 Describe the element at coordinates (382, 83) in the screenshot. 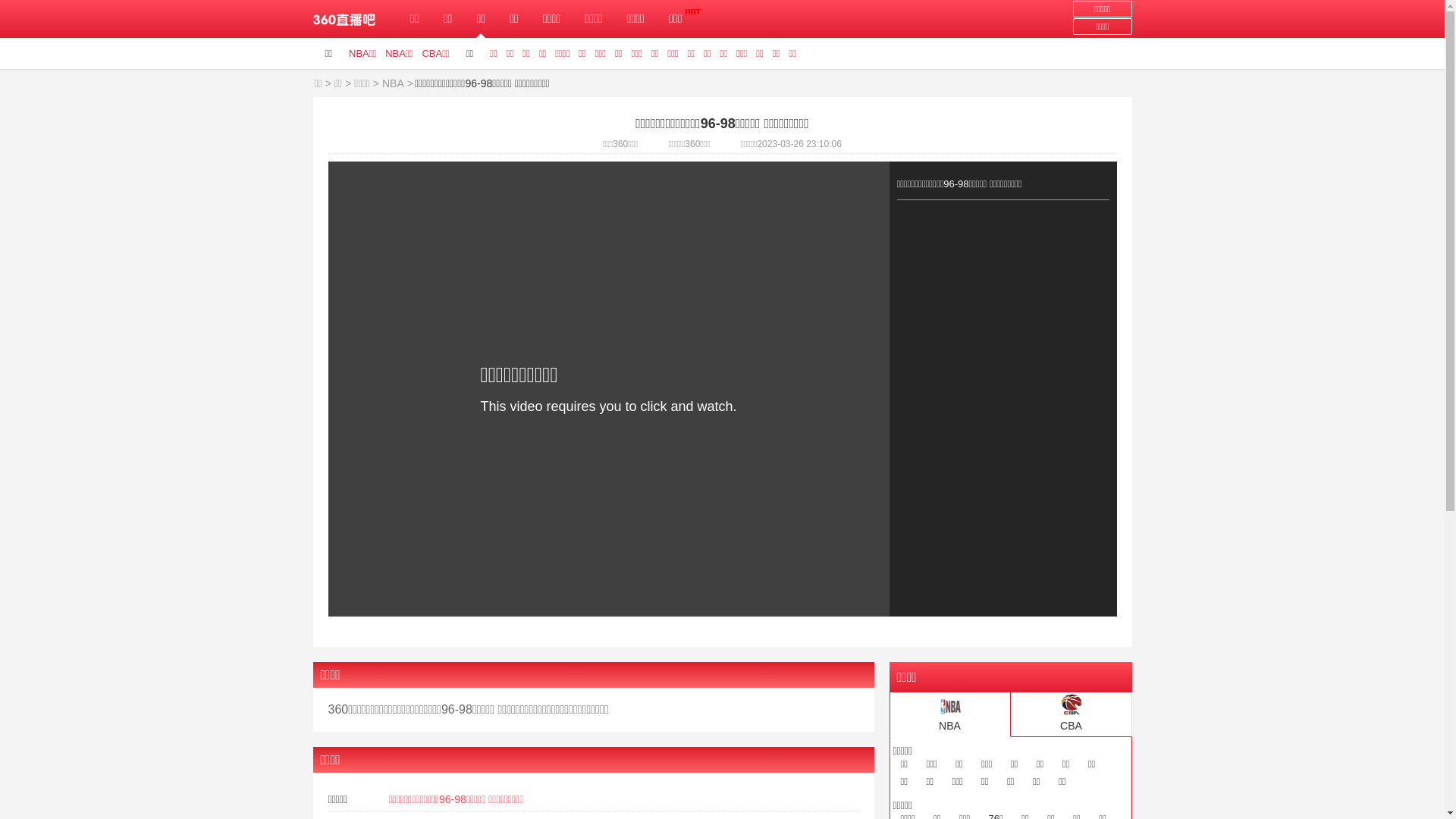

I see `'NBA'` at that location.